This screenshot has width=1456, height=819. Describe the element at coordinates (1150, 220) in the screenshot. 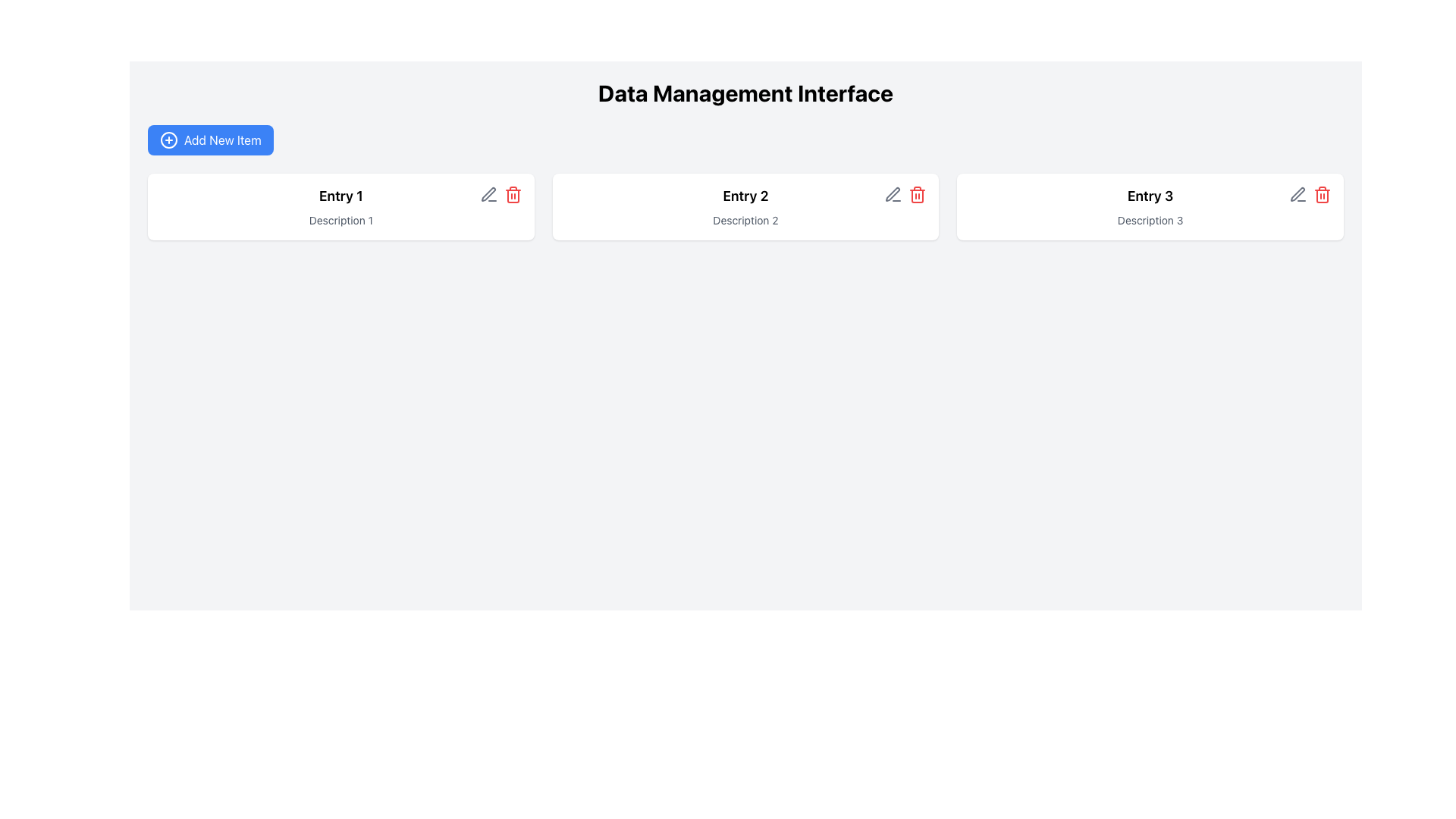

I see `the static text label element containing 'Description 3', which is located below the bold 'Entry 3' text in the third card of a three-column layout` at that location.